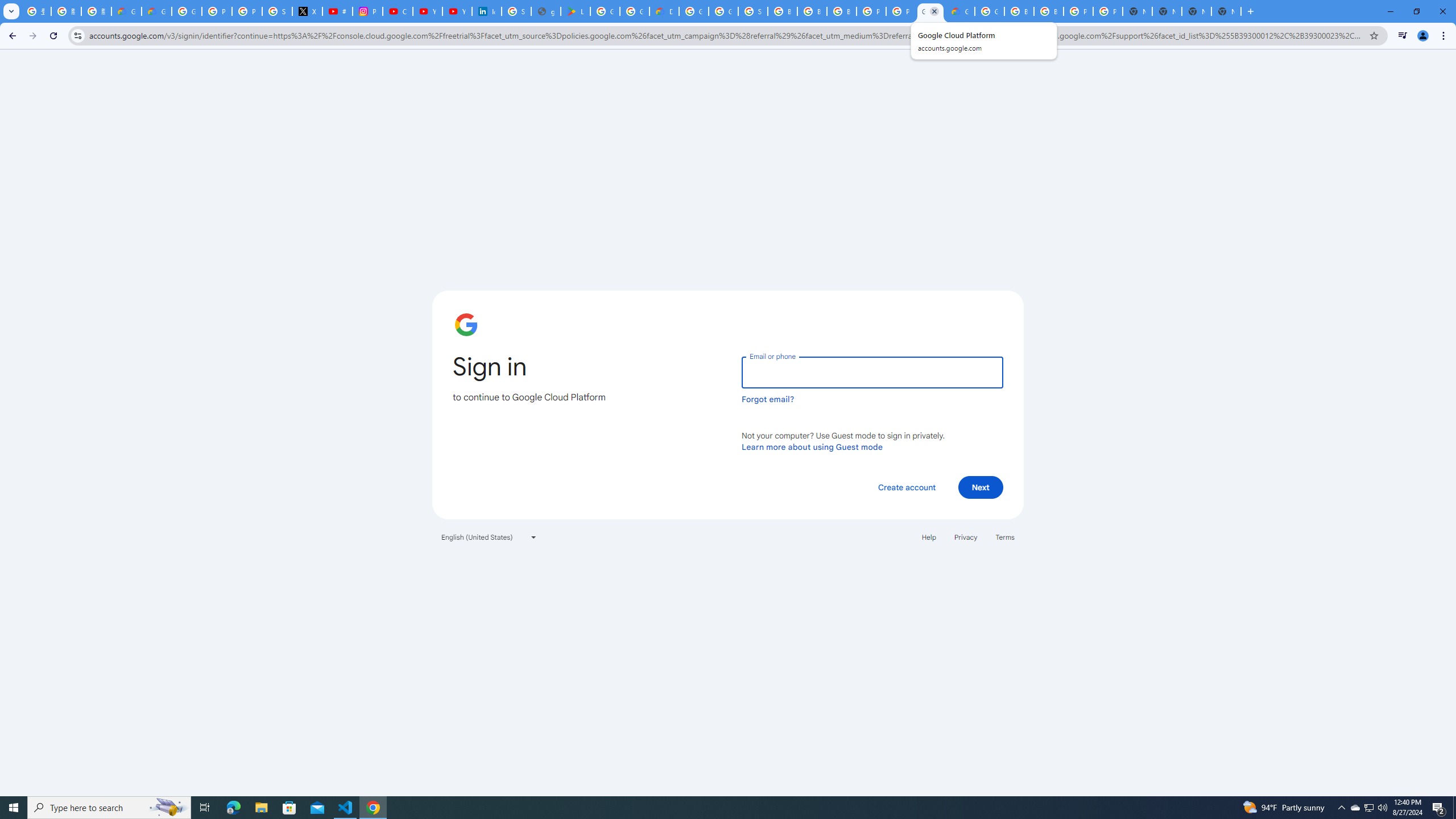 The image size is (1456, 819). Describe the element at coordinates (276, 11) in the screenshot. I see `'Sign in - Google Accounts'` at that location.